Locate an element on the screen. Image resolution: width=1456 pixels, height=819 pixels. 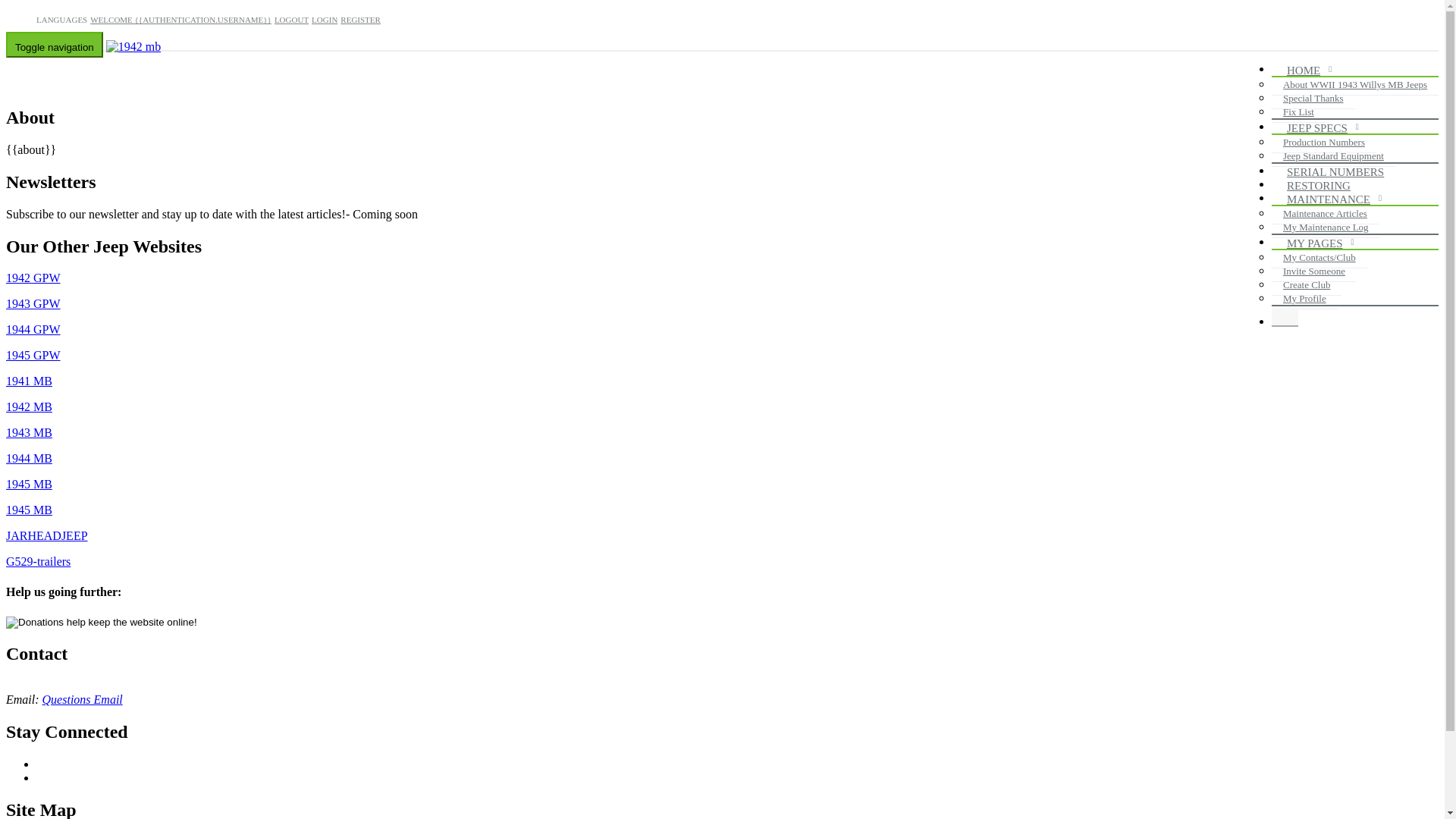
'My Contacts/Club' is located at coordinates (1318, 256).